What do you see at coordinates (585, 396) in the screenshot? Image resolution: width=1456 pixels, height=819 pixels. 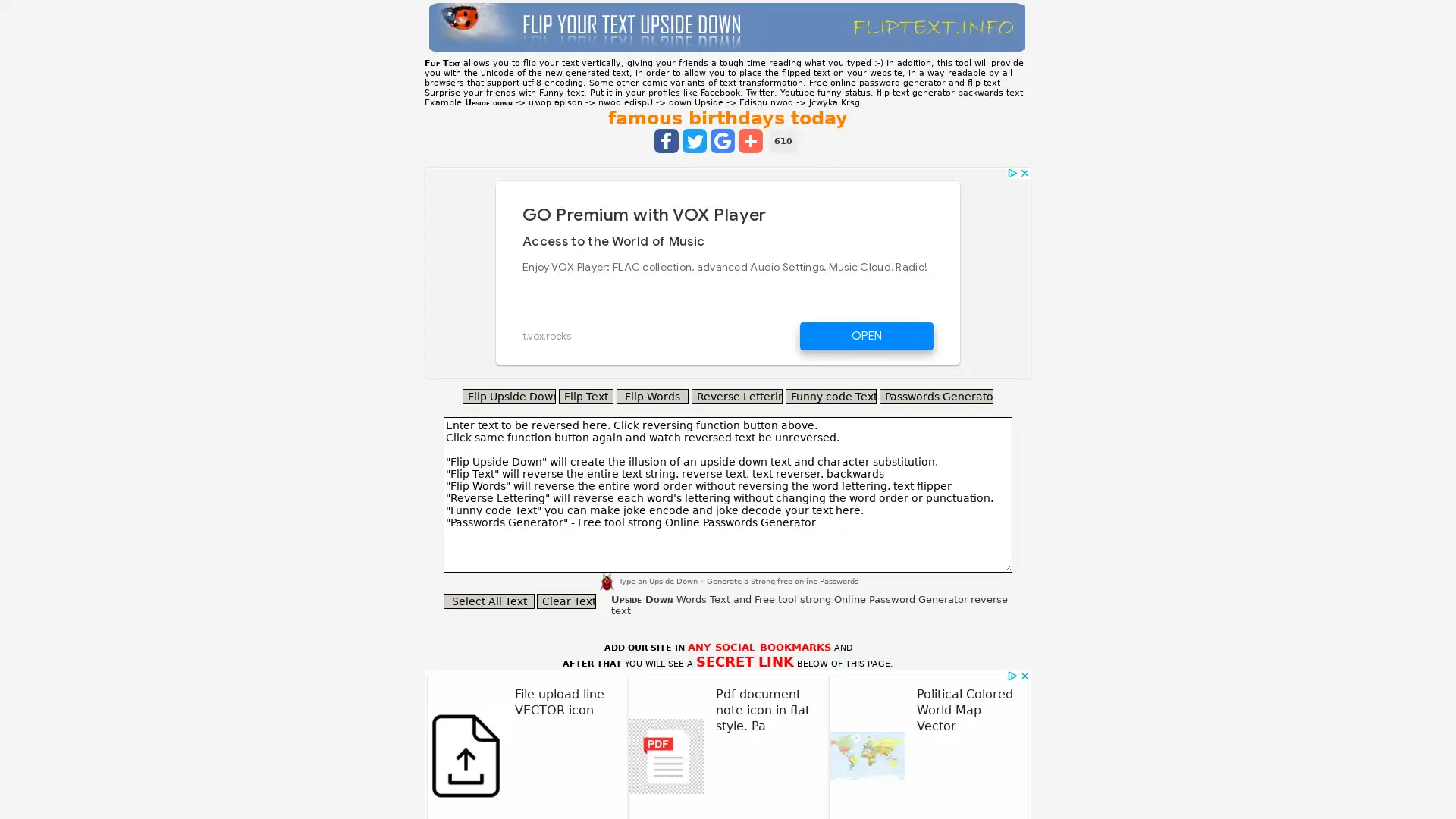 I see `Flip Text` at bounding box center [585, 396].